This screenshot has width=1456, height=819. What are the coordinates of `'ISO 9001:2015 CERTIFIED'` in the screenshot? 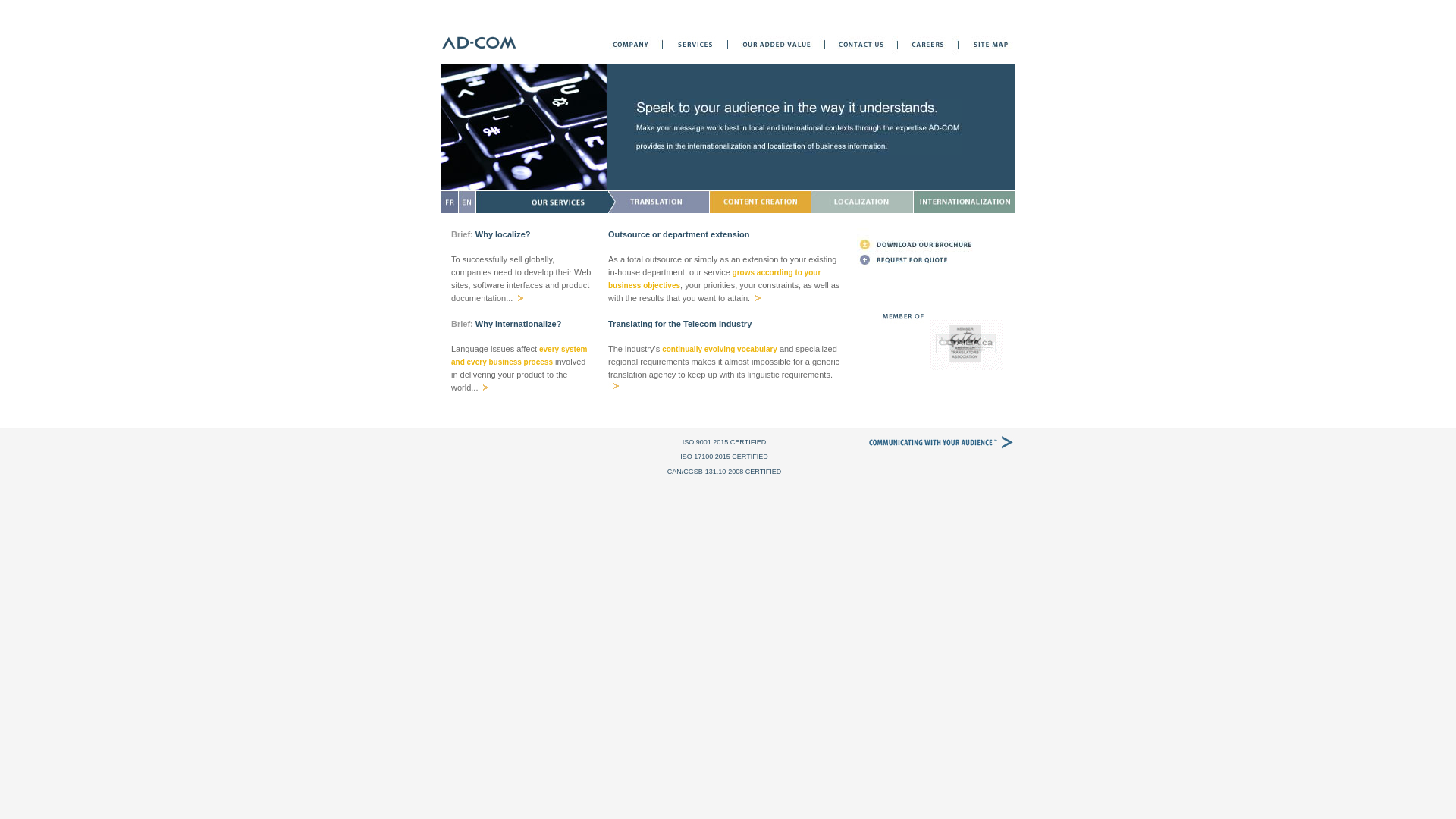 It's located at (723, 441).